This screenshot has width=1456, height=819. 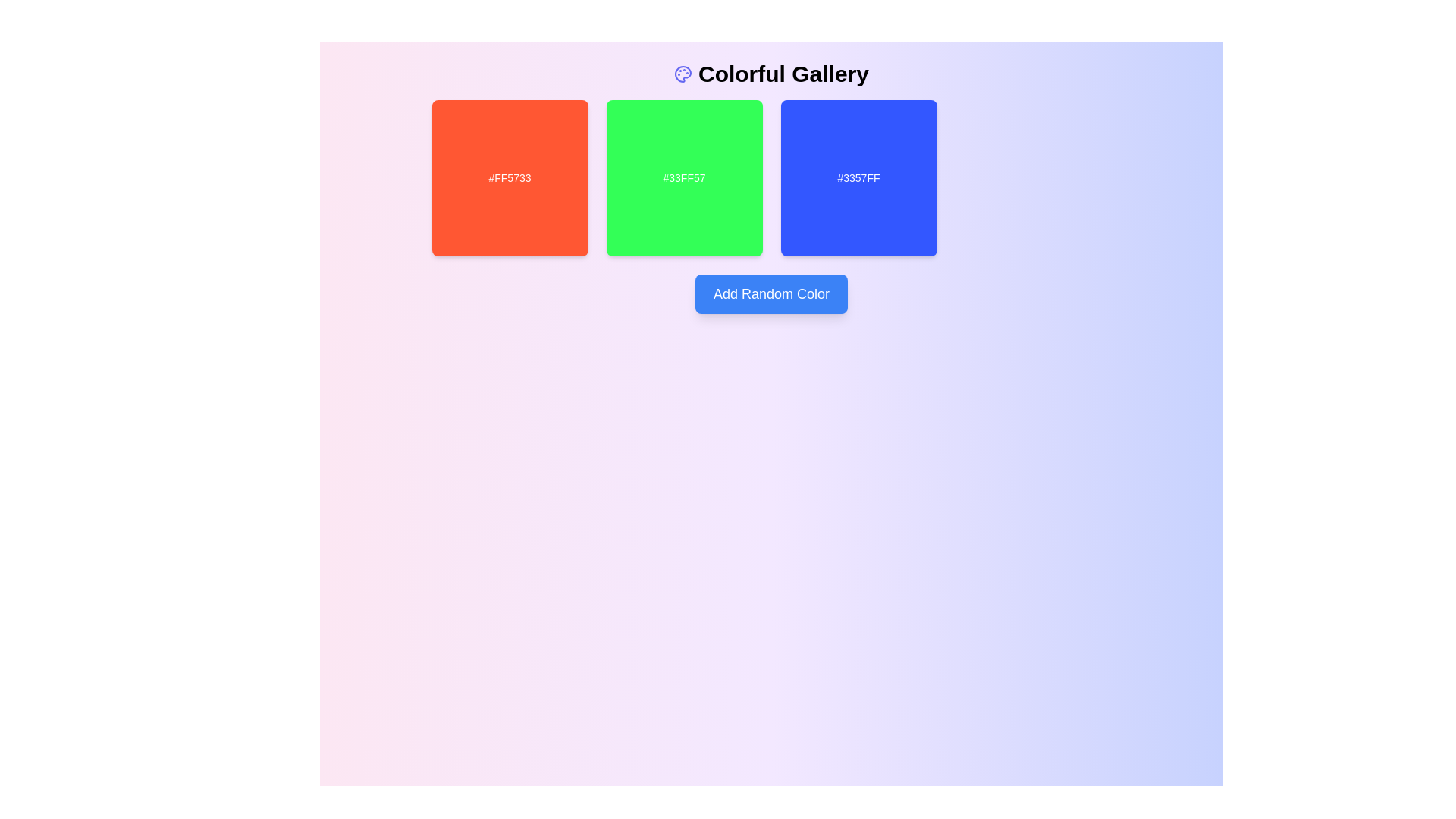 What do you see at coordinates (682, 74) in the screenshot?
I see `the color palette icon located to the left of the 'Colorful Gallery' heading in the header section` at bounding box center [682, 74].